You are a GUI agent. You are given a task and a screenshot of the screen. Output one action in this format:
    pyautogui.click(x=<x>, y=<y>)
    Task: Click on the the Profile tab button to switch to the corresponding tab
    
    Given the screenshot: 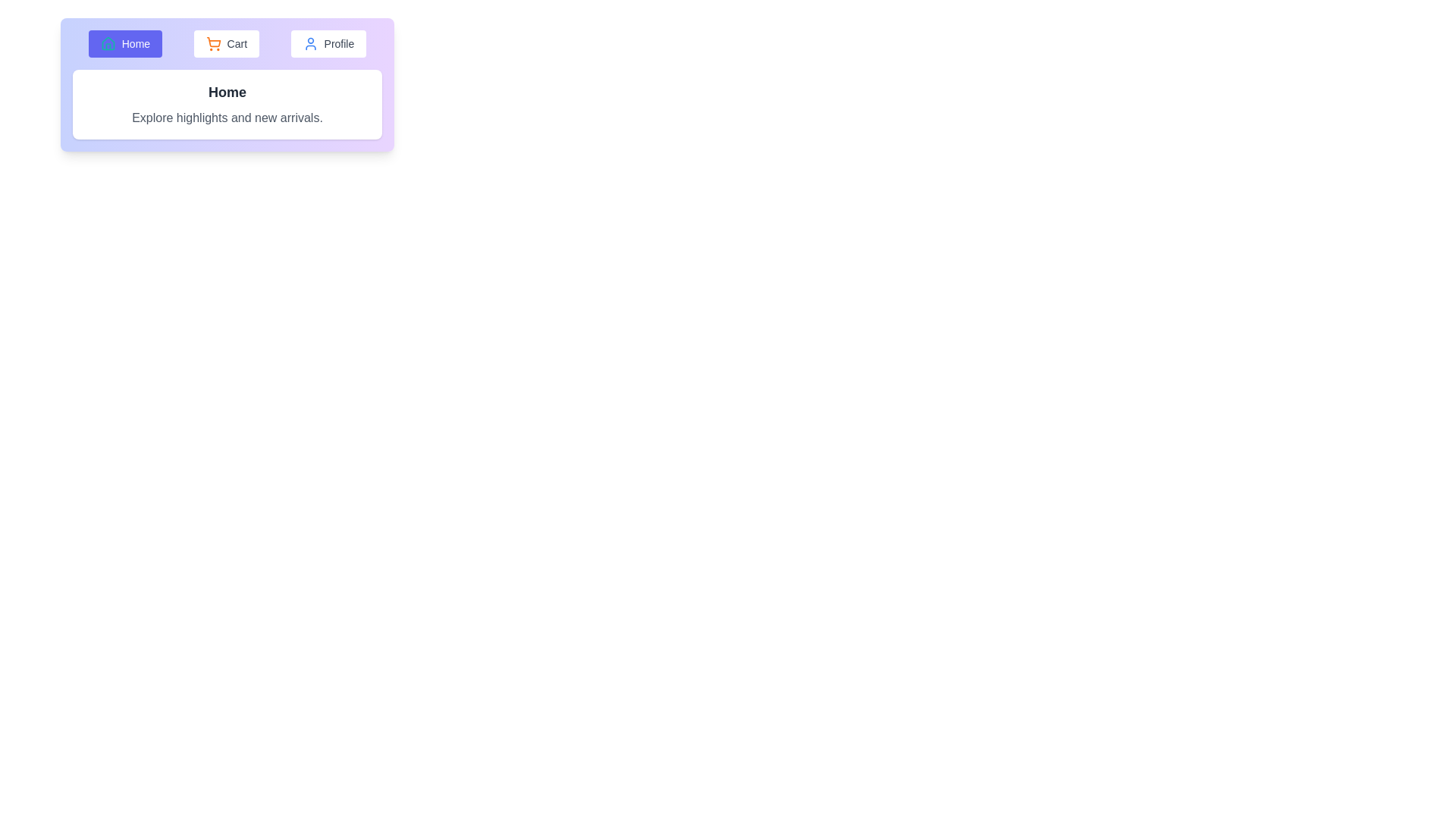 What is the action you would take?
    pyautogui.click(x=327, y=42)
    